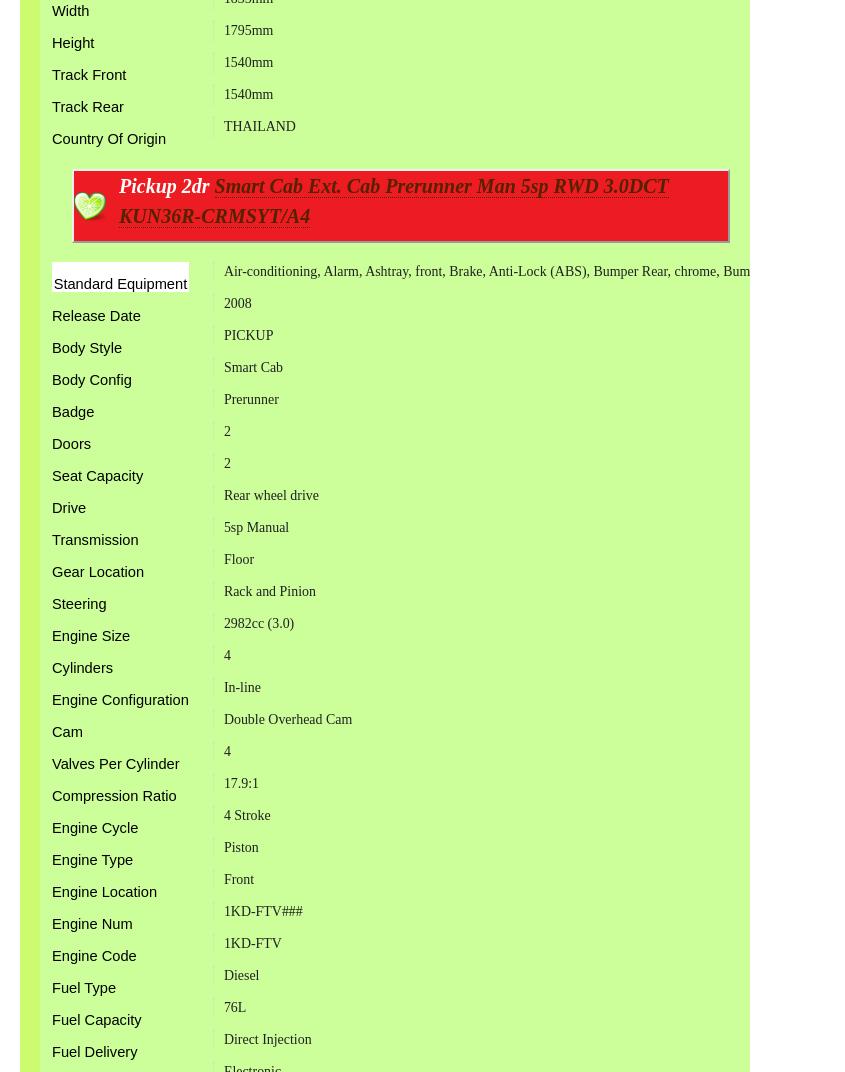 Image resolution: width=845 pixels, height=1072 pixels. Describe the element at coordinates (72, 41) in the screenshot. I see `'Height'` at that location.